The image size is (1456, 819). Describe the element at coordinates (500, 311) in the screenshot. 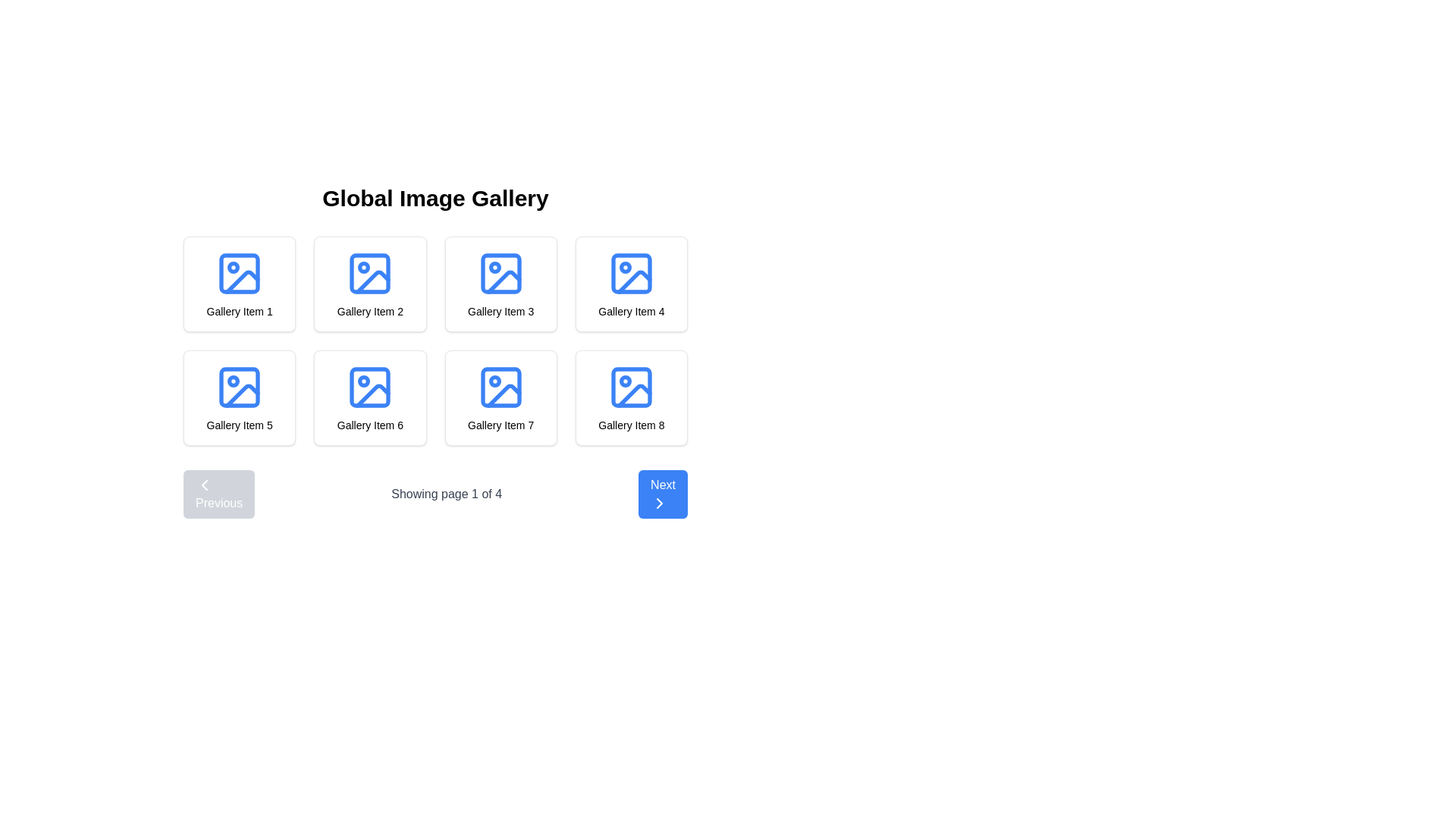

I see `text content of the label displaying 'Gallery Item 3' located in the third position of the first row in the grid view` at that location.